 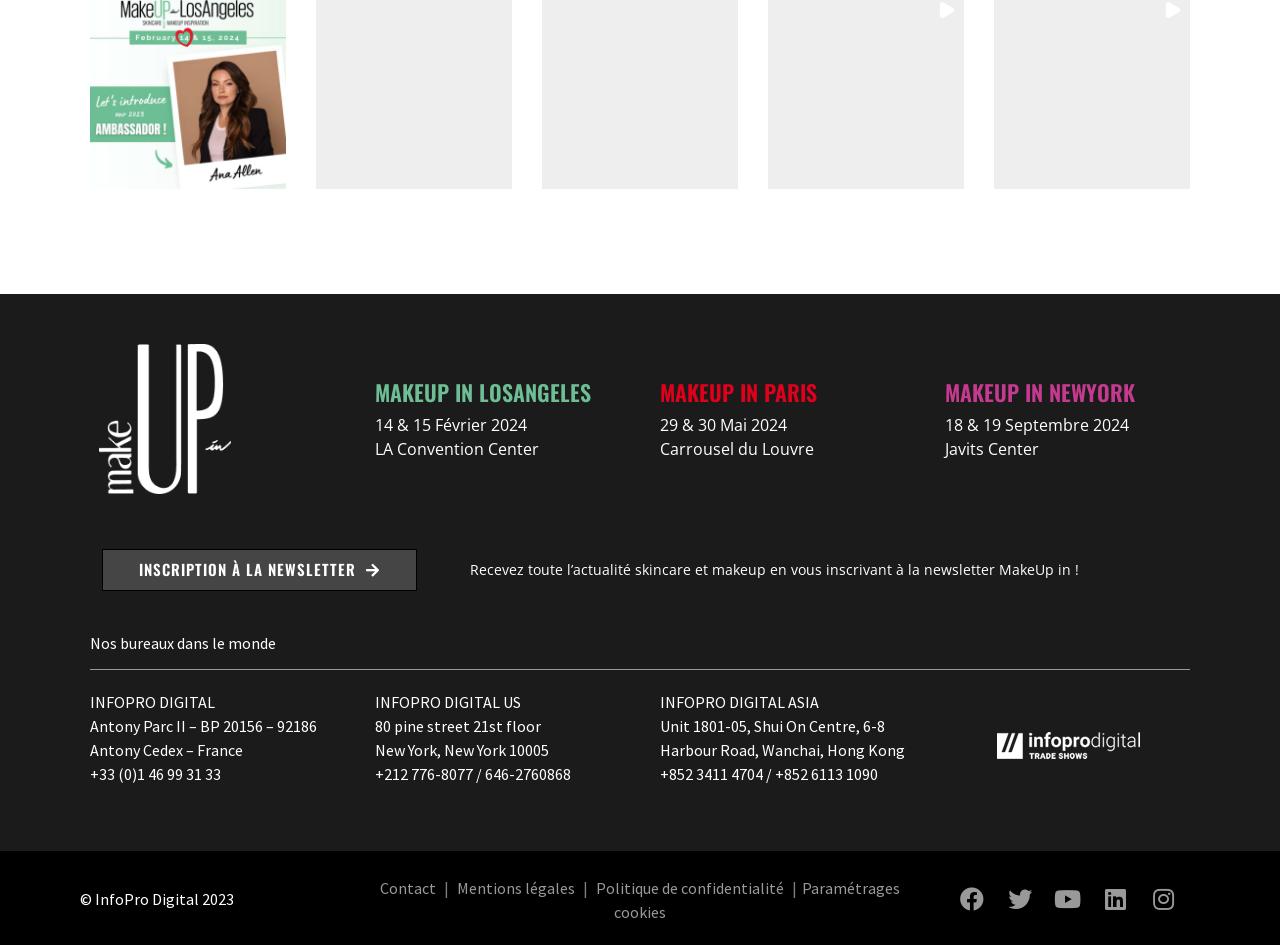 I want to click on 'New York, New York 10005', so click(x=460, y=749).